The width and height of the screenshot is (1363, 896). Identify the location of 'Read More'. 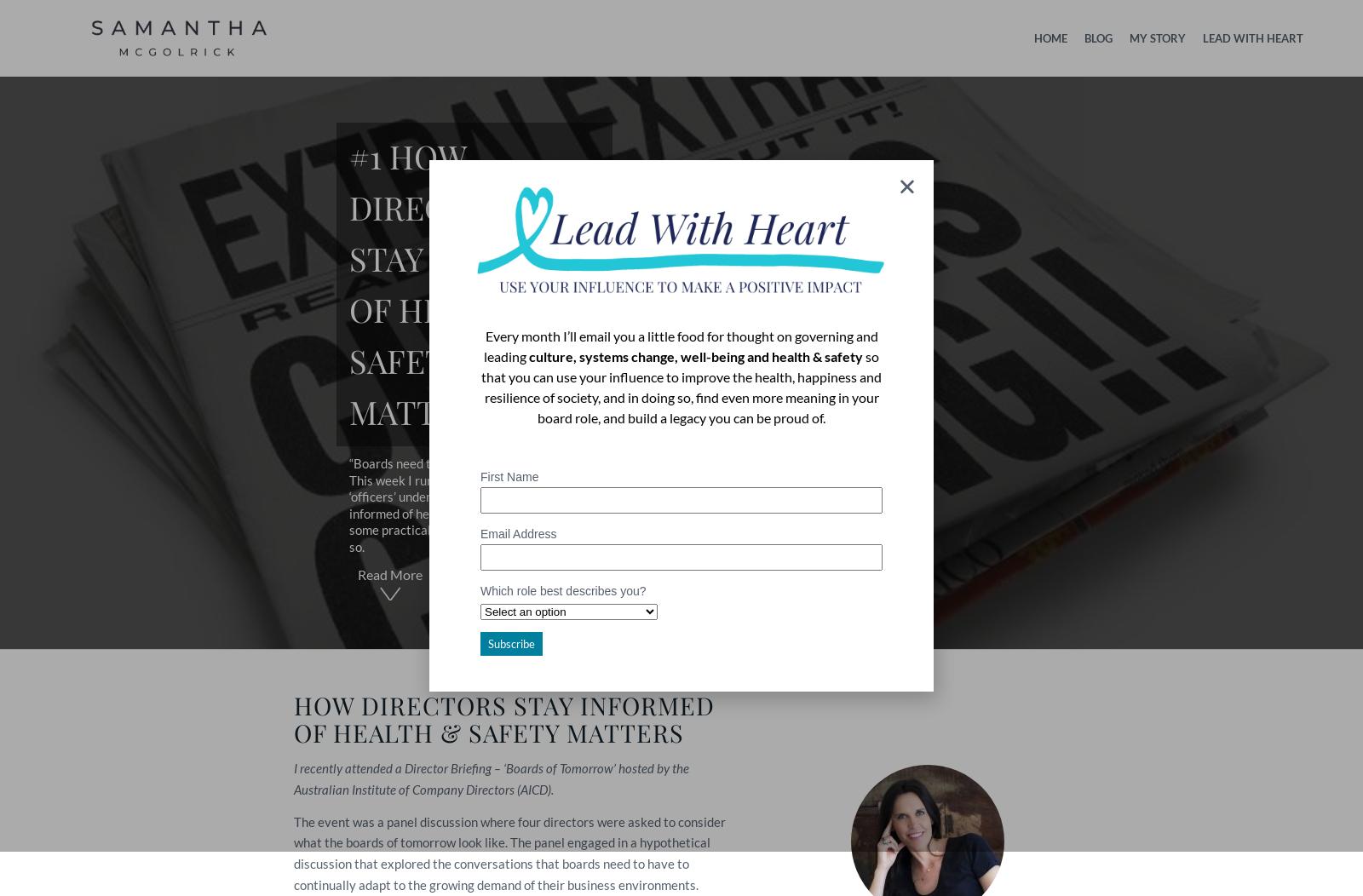
(389, 573).